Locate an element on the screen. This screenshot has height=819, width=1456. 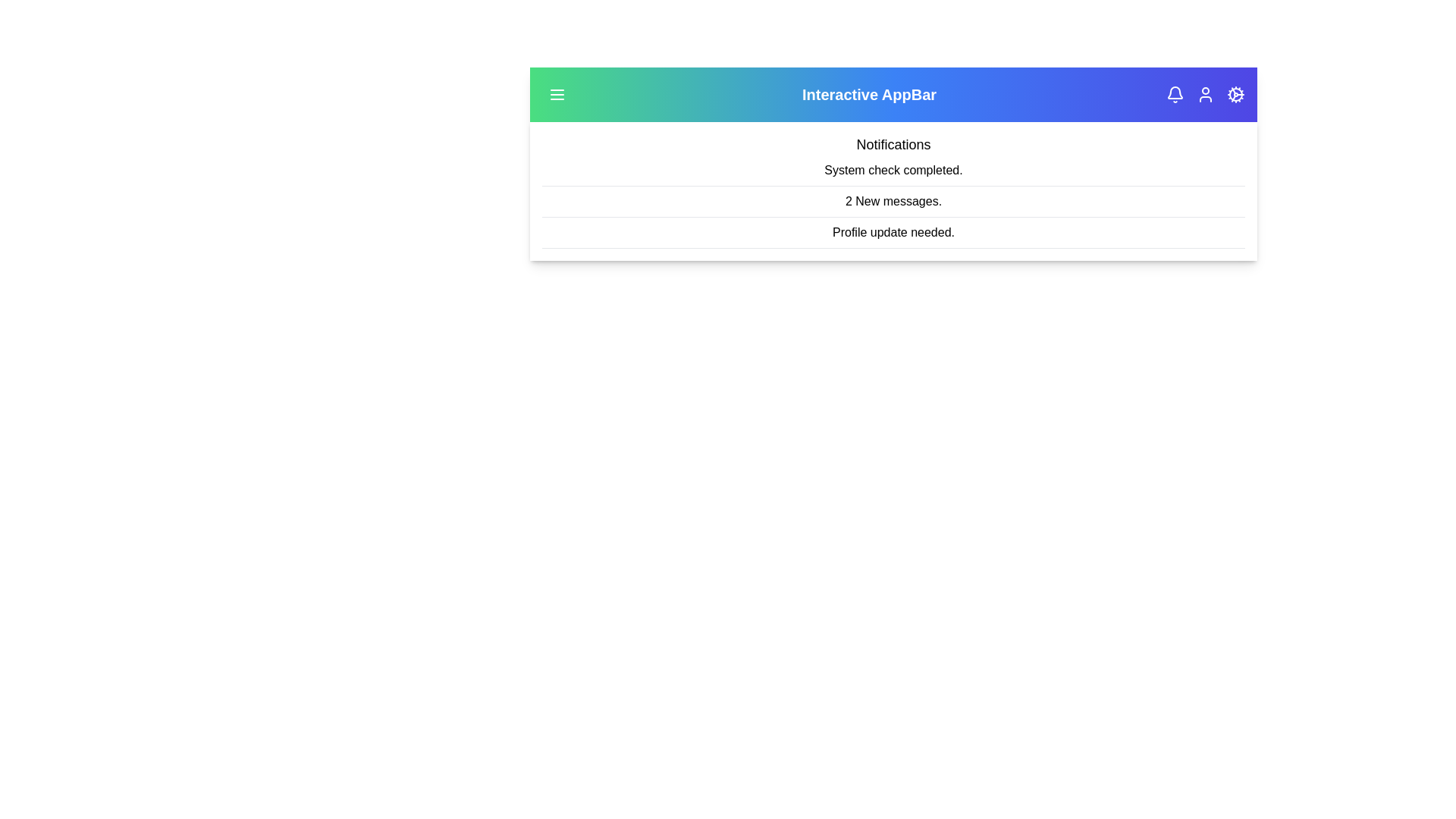
the bell icon to view notifications is located at coordinates (1175, 94).